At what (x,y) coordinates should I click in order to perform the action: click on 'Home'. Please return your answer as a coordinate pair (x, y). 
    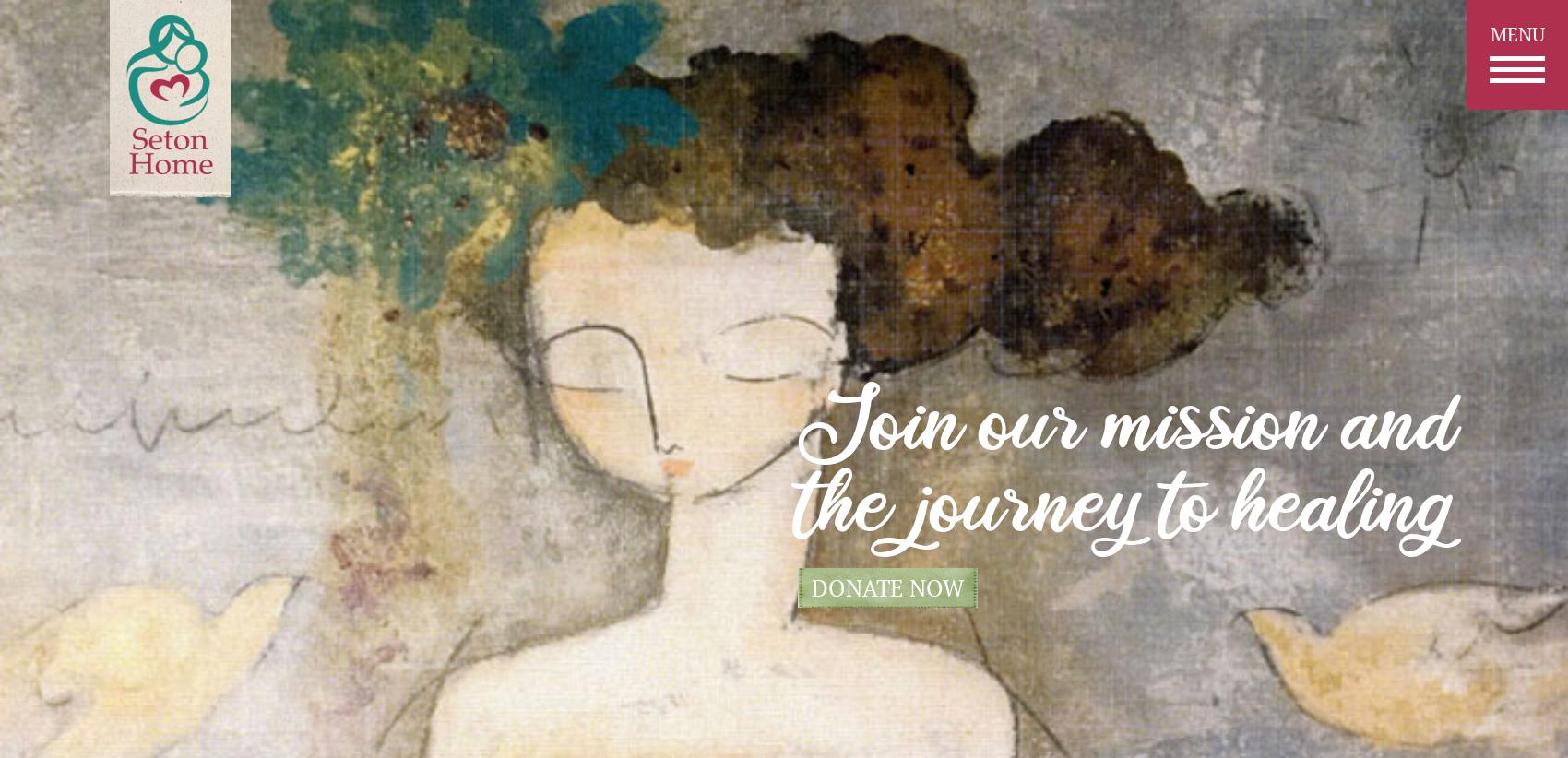
    Looking at the image, I should click on (742, 259).